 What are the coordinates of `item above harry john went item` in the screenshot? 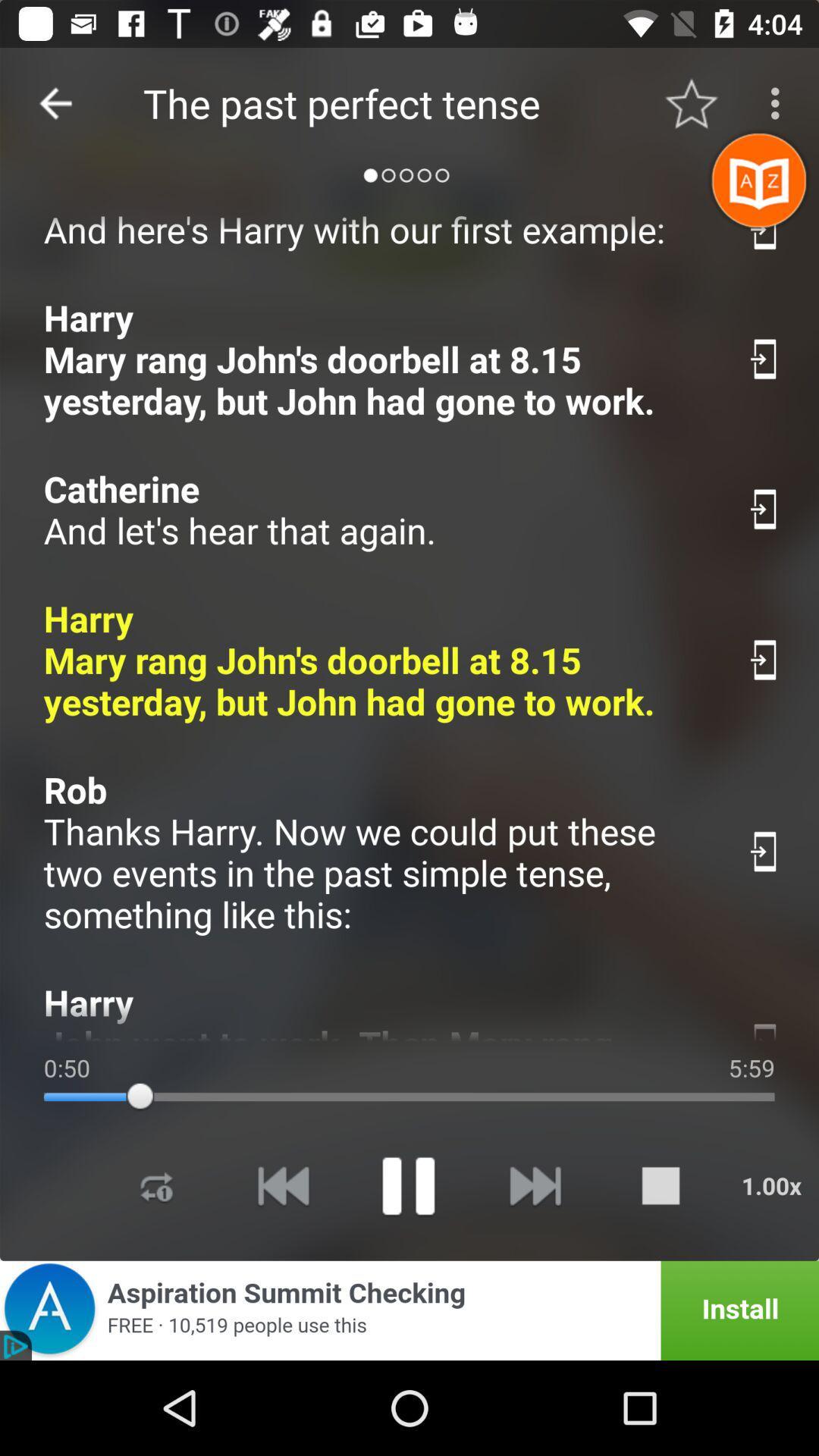 It's located at (378, 852).